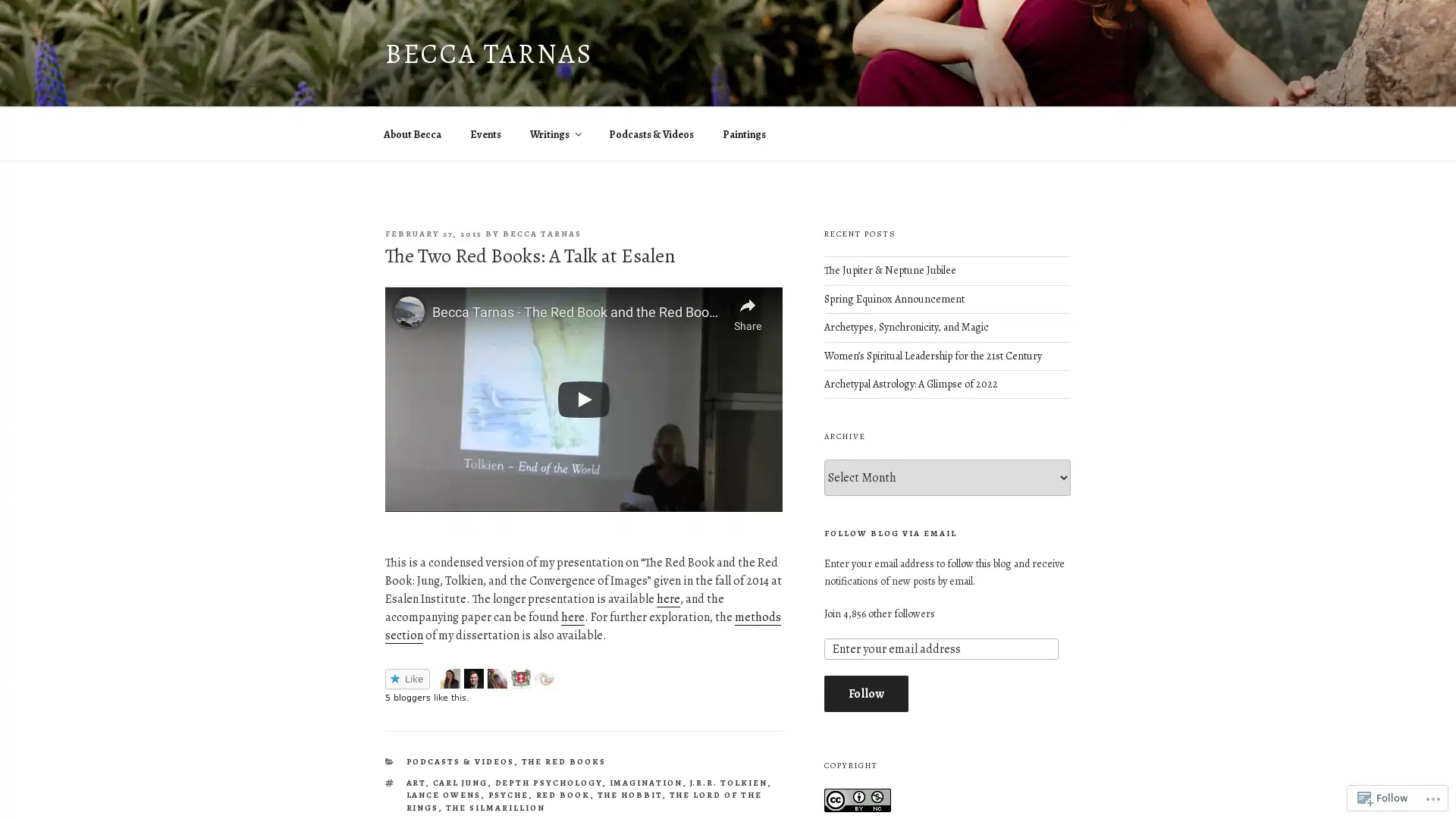 The width and height of the screenshot is (1456, 819). What do you see at coordinates (865, 693) in the screenshot?
I see `Follow` at bounding box center [865, 693].